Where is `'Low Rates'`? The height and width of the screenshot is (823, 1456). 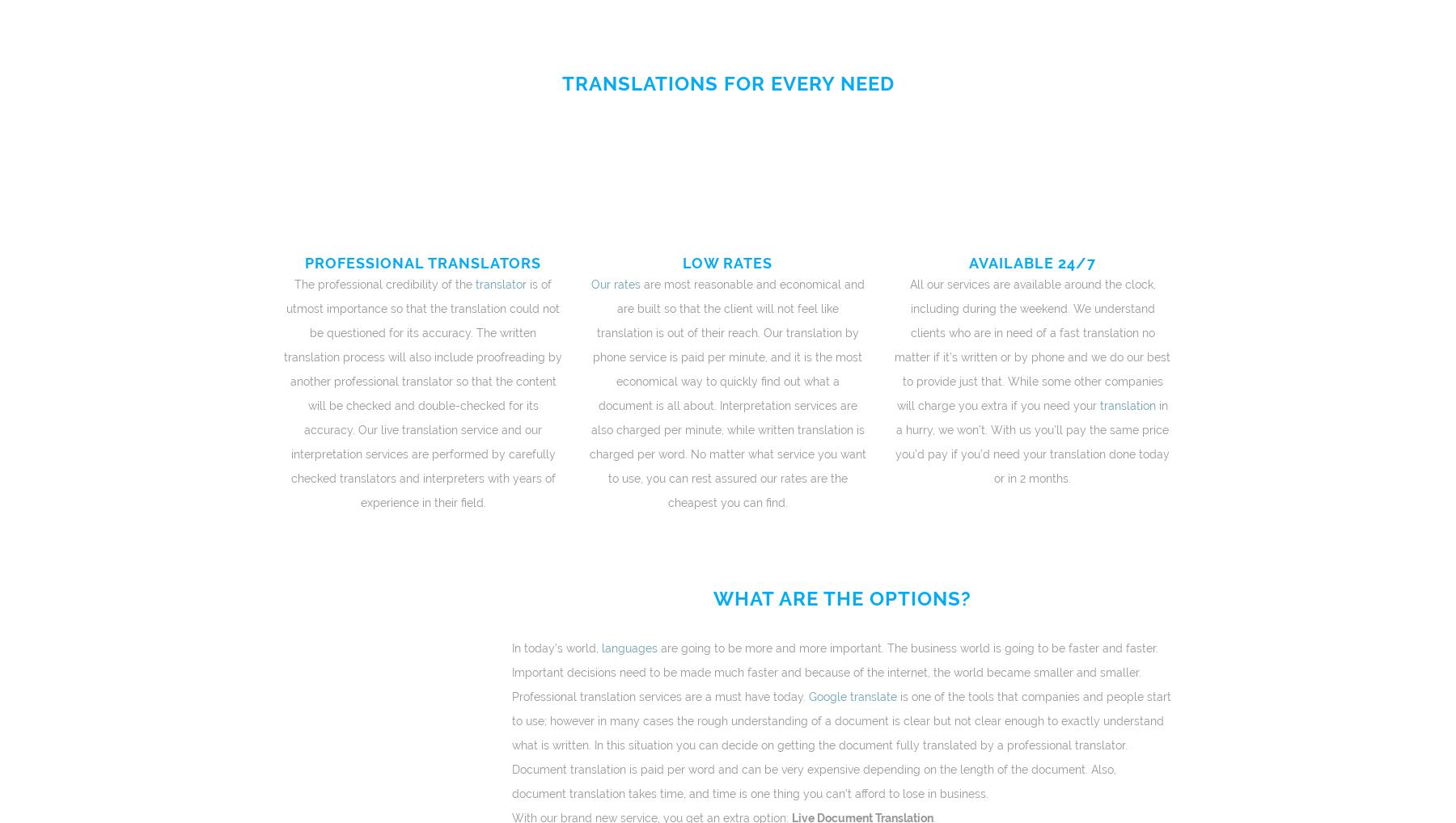 'Low Rates' is located at coordinates (683, 261).